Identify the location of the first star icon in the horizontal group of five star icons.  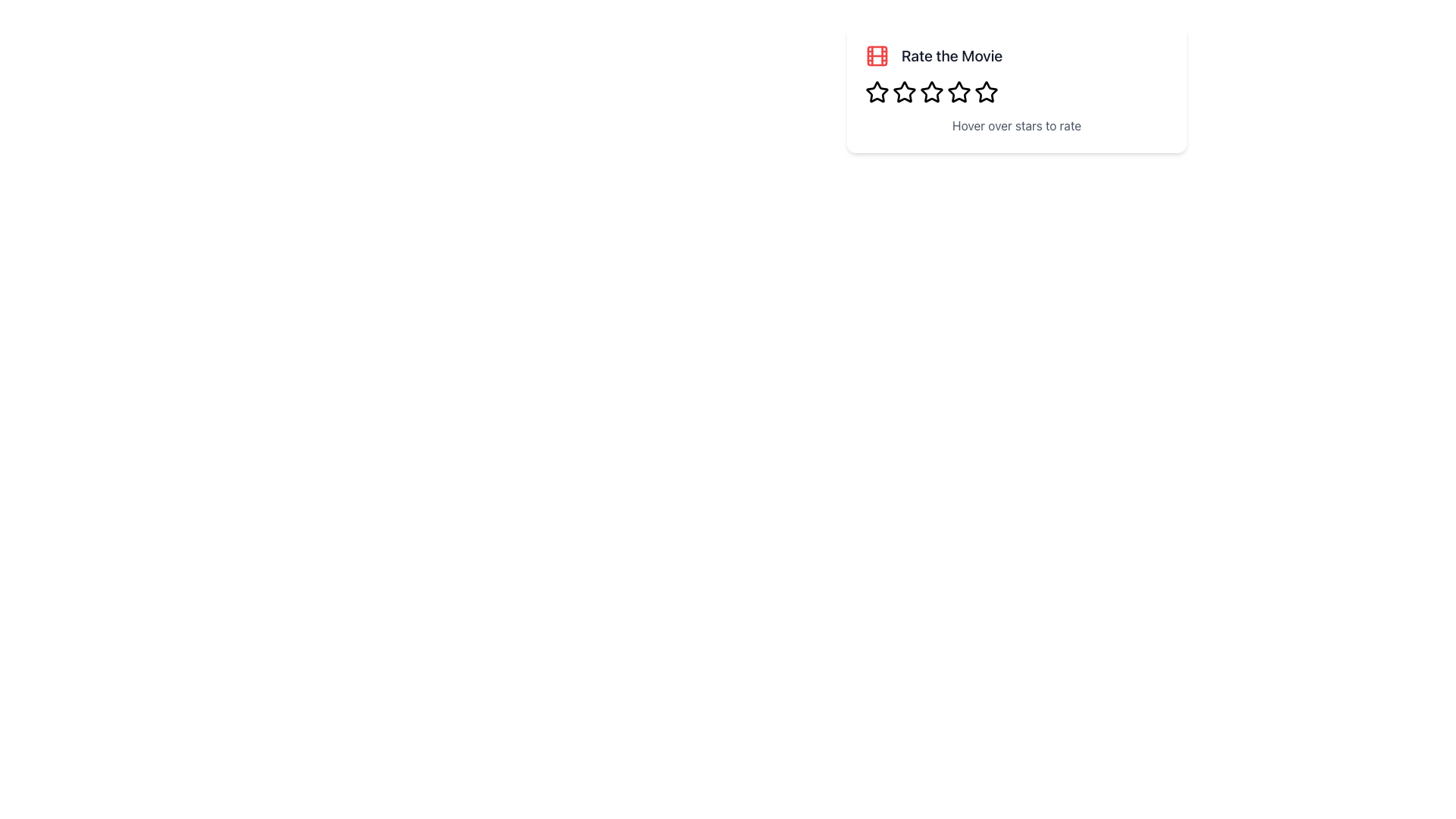
(877, 93).